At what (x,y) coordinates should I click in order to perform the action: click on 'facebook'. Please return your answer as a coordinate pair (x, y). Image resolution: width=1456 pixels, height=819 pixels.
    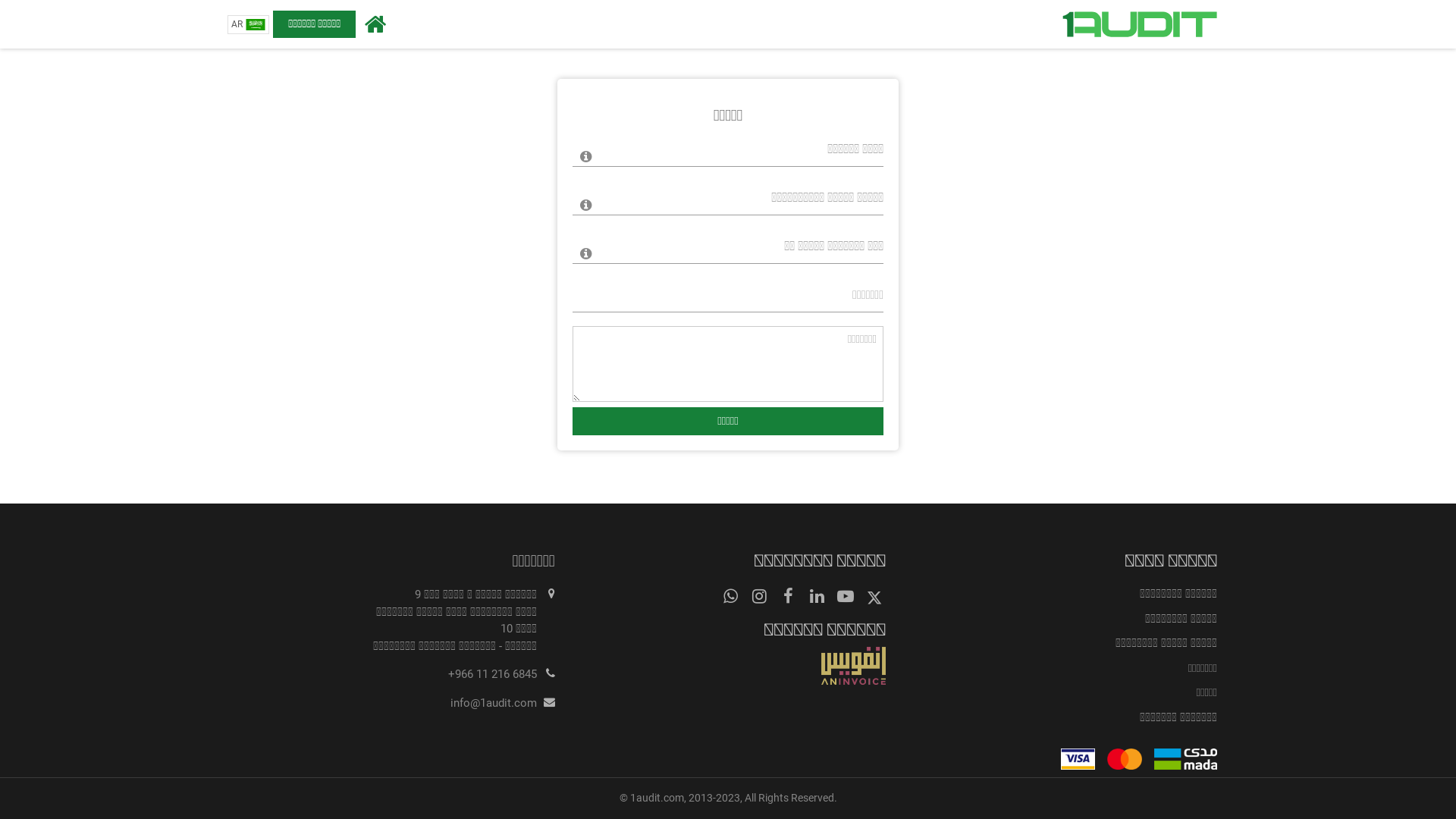
    Looking at the image, I should click on (787, 595).